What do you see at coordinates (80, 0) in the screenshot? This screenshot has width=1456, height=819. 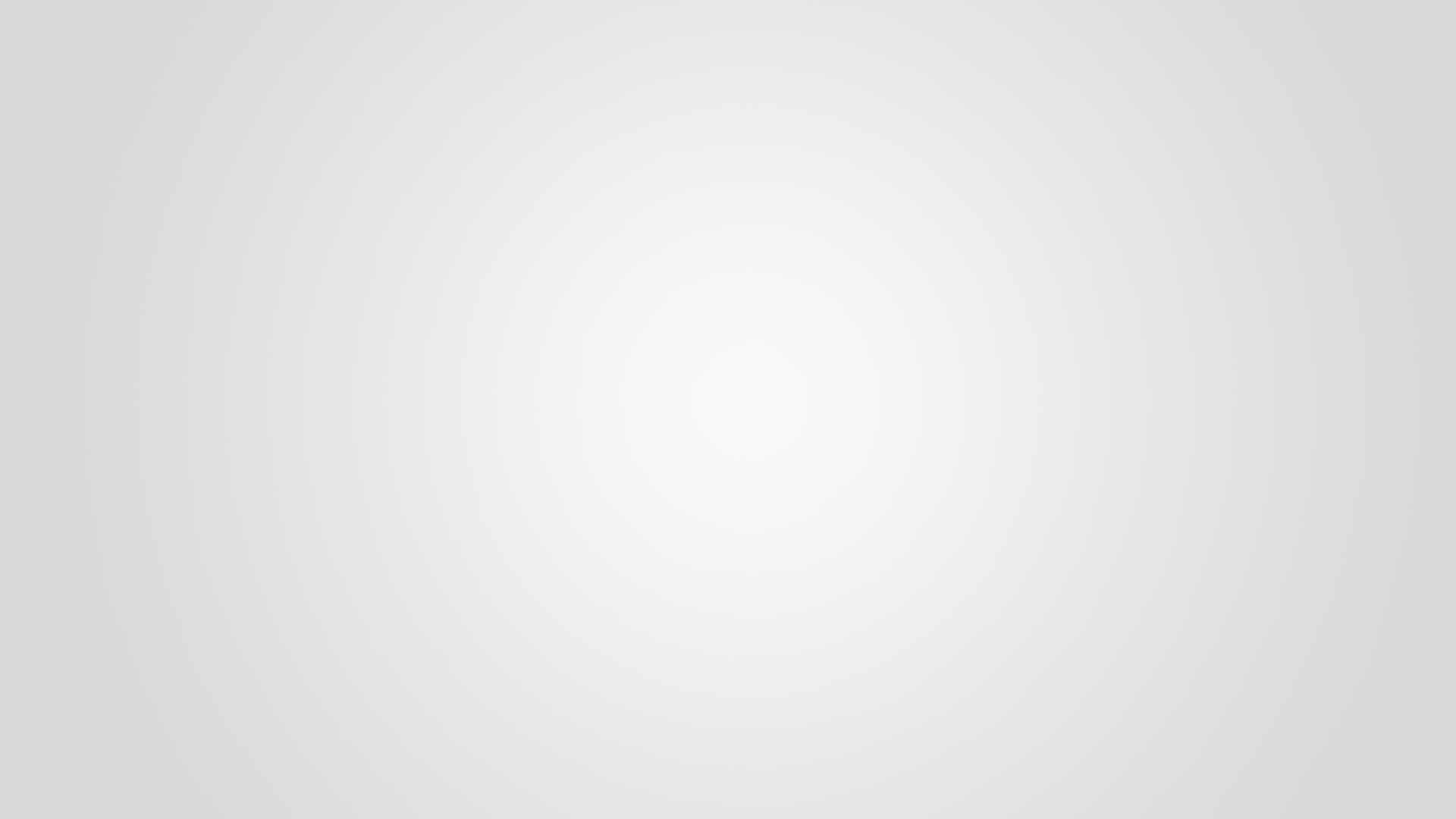 I see `'Overslaan en naar de inhoud gaan'` at bounding box center [80, 0].